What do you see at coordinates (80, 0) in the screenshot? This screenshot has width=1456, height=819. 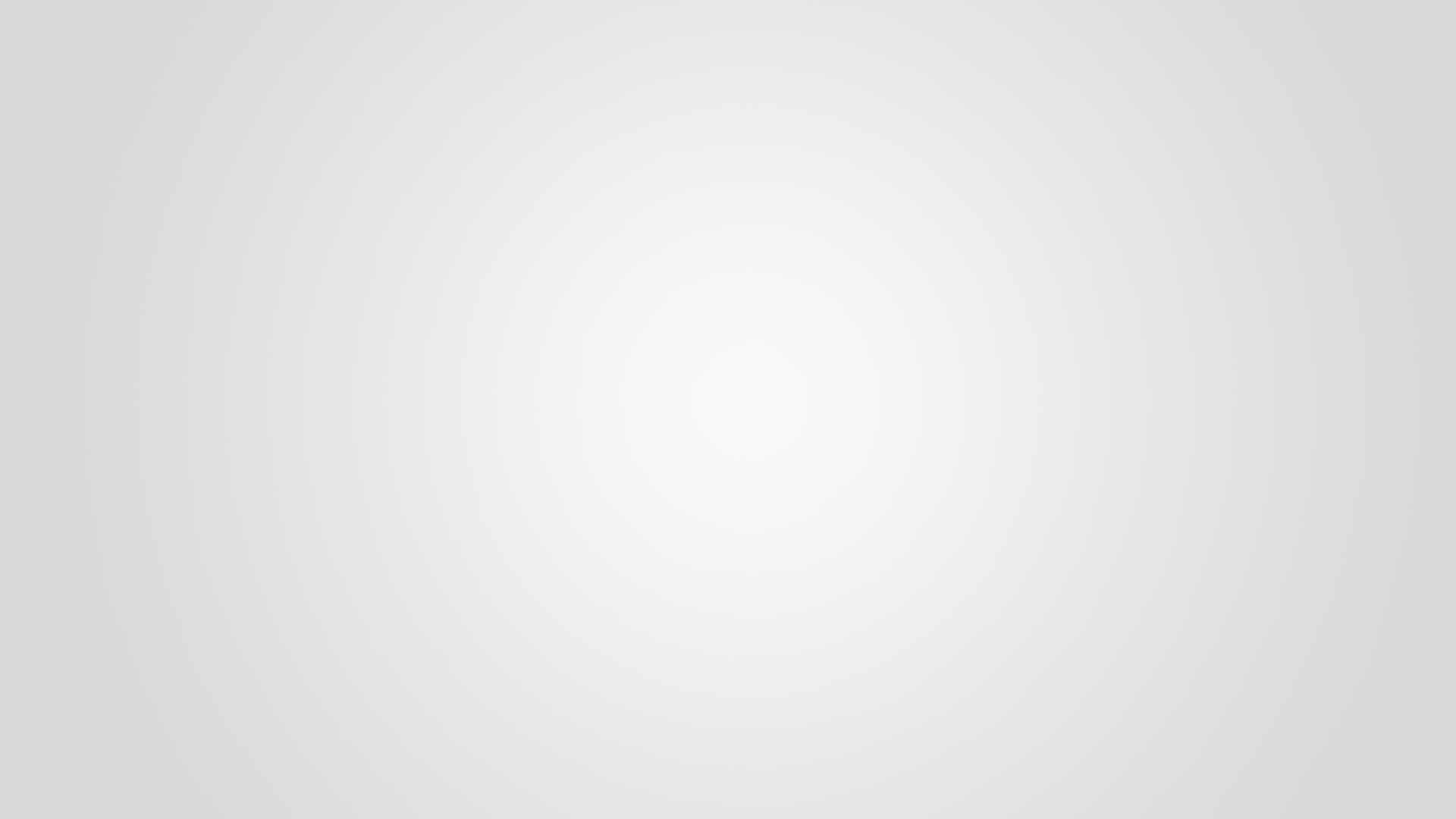 I see `'Overslaan en naar de inhoud gaan'` at bounding box center [80, 0].